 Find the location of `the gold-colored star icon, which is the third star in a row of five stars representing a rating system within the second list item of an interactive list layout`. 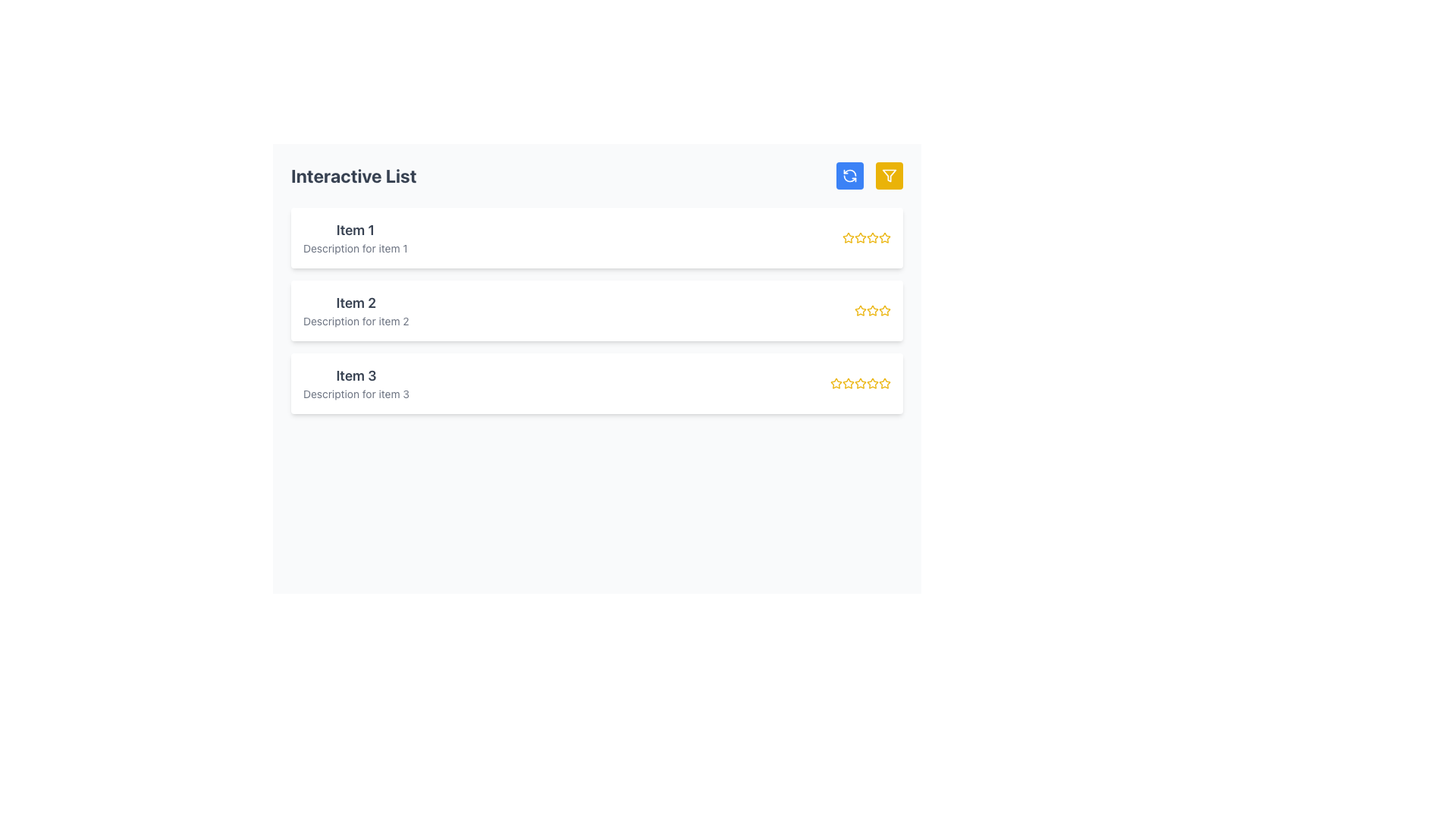

the gold-colored star icon, which is the third star in a row of five stars representing a rating system within the second list item of an interactive list layout is located at coordinates (873, 309).